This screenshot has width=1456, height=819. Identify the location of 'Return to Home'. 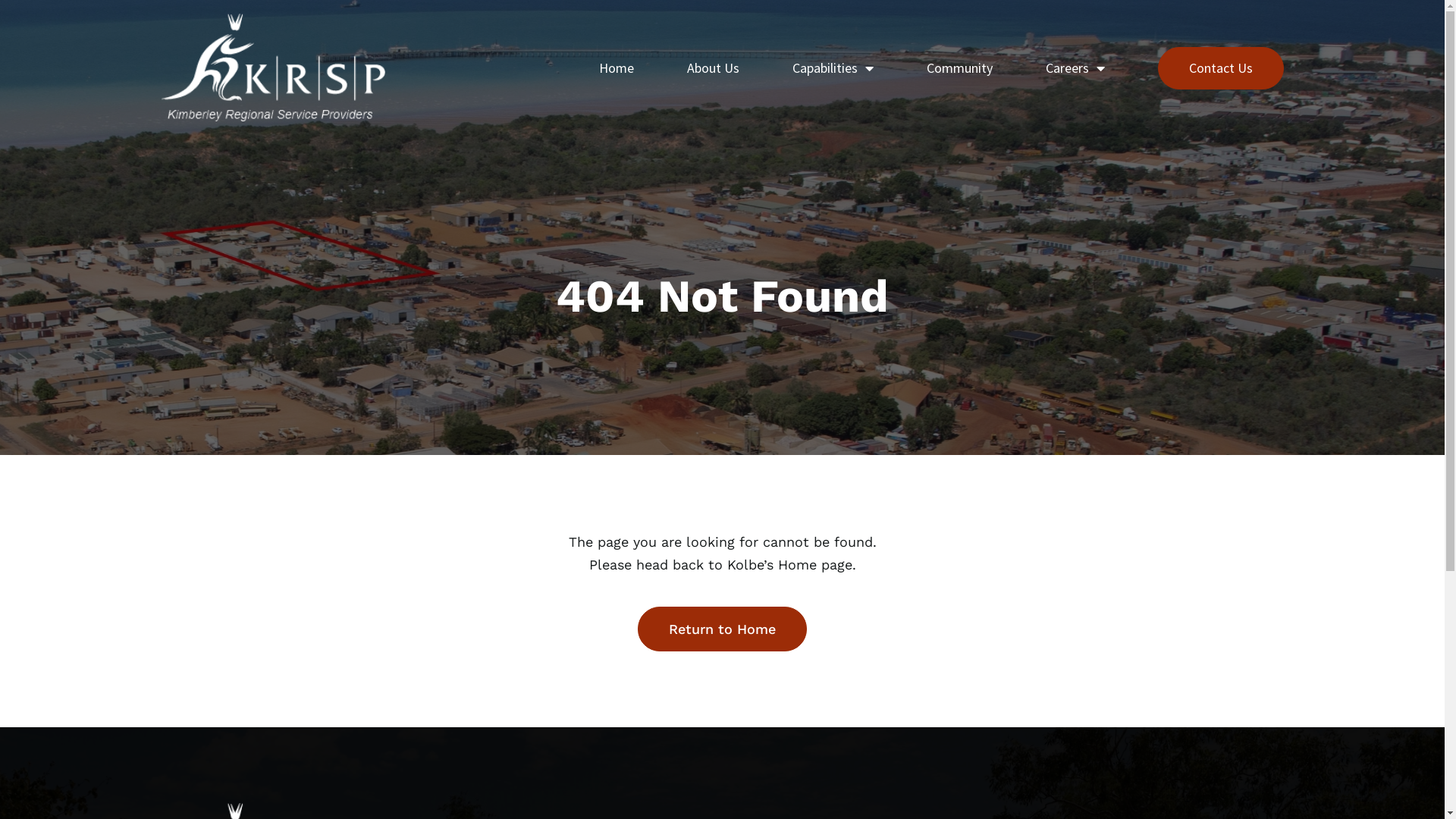
(721, 629).